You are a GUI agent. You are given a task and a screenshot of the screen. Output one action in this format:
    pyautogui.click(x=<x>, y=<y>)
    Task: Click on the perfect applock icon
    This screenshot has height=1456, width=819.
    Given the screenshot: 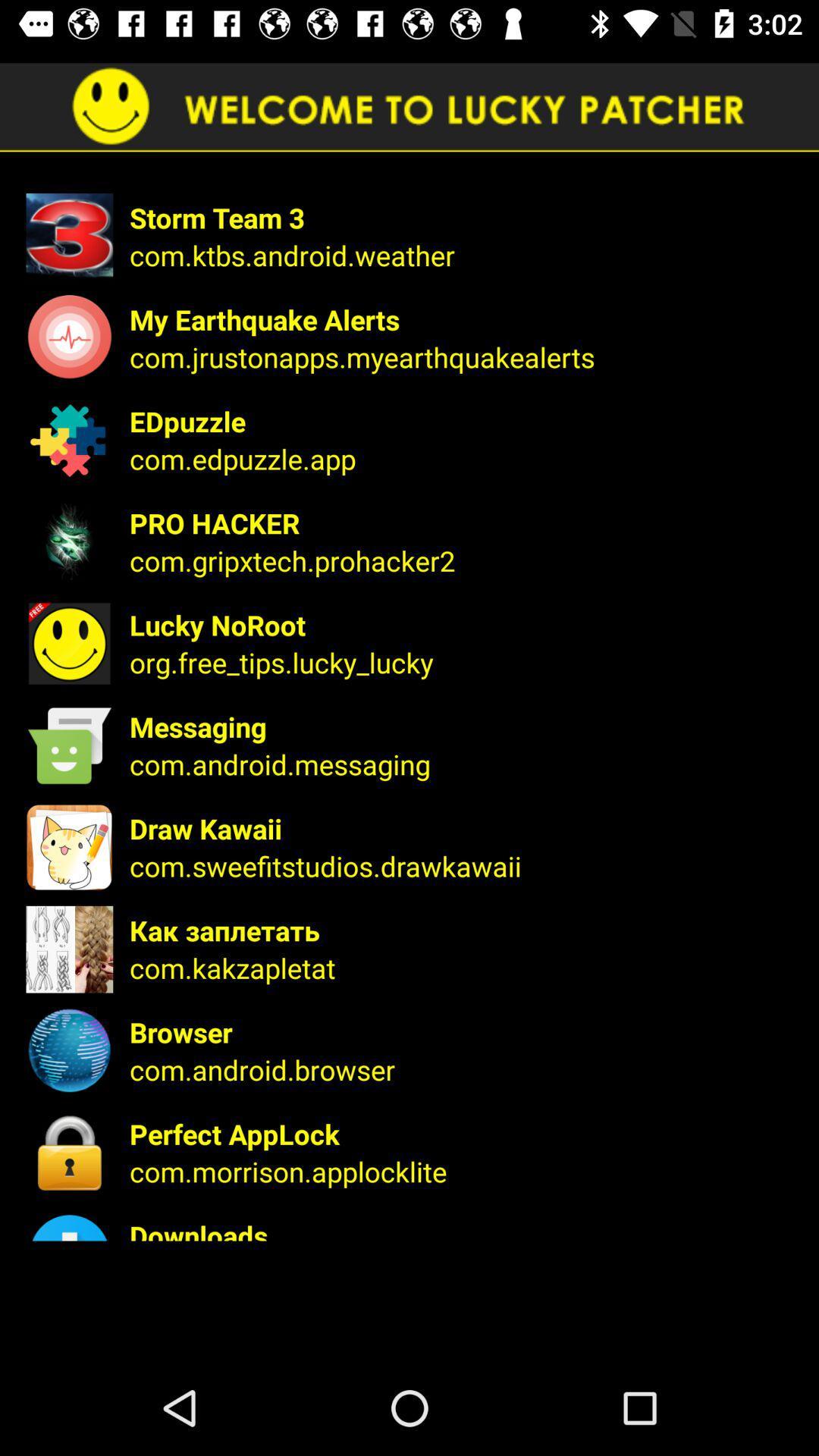 What is the action you would take?
    pyautogui.click(x=463, y=1134)
    